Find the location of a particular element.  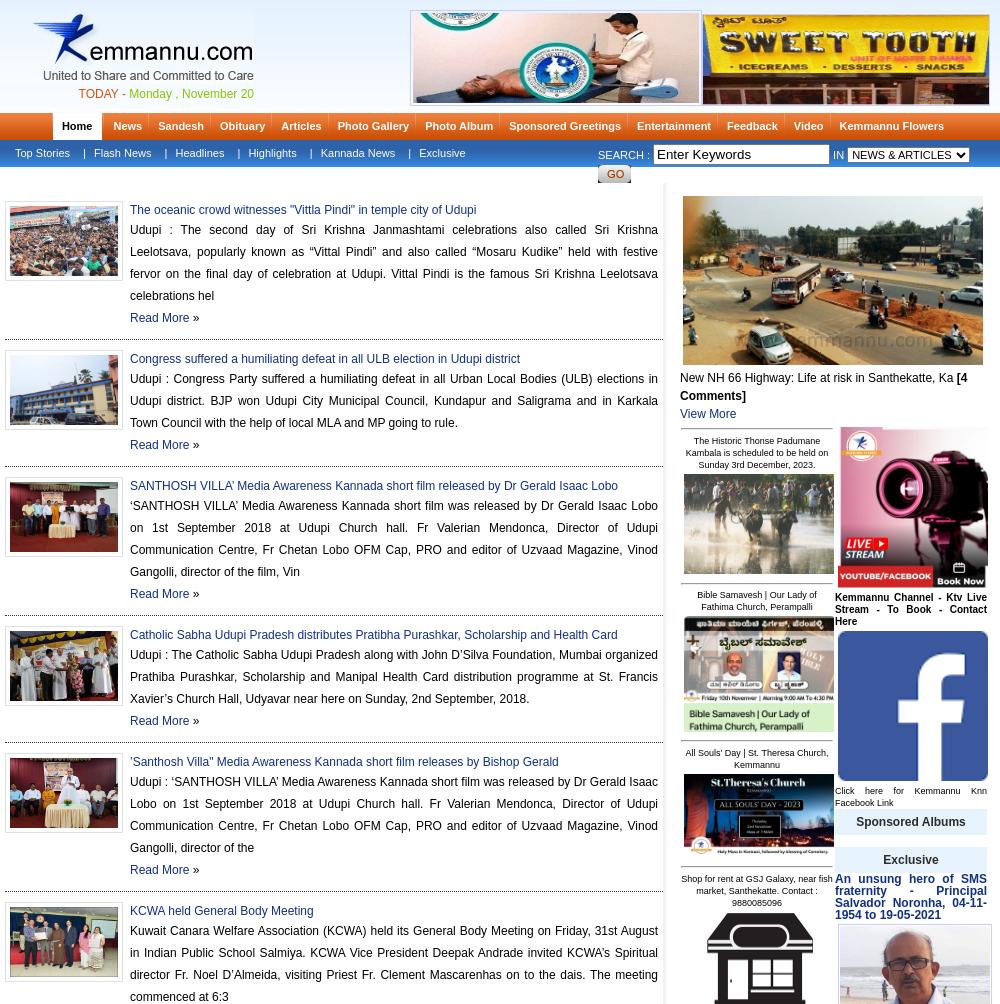

'‘SANTHOSH VILLA’  Media Awareness  Kannada short film was  released by Dr Gerald Isaac Lobo on 1st September 2018  at Udupi Church hall. Fr Valerian Mendonca, Director of Udupi Communication Centre, Fr Chetan Lobo OFM Cap, PRO and editor of Uzvaad Magazine, Vinod Gangolli, director of the film, Vin' is located at coordinates (394, 539).